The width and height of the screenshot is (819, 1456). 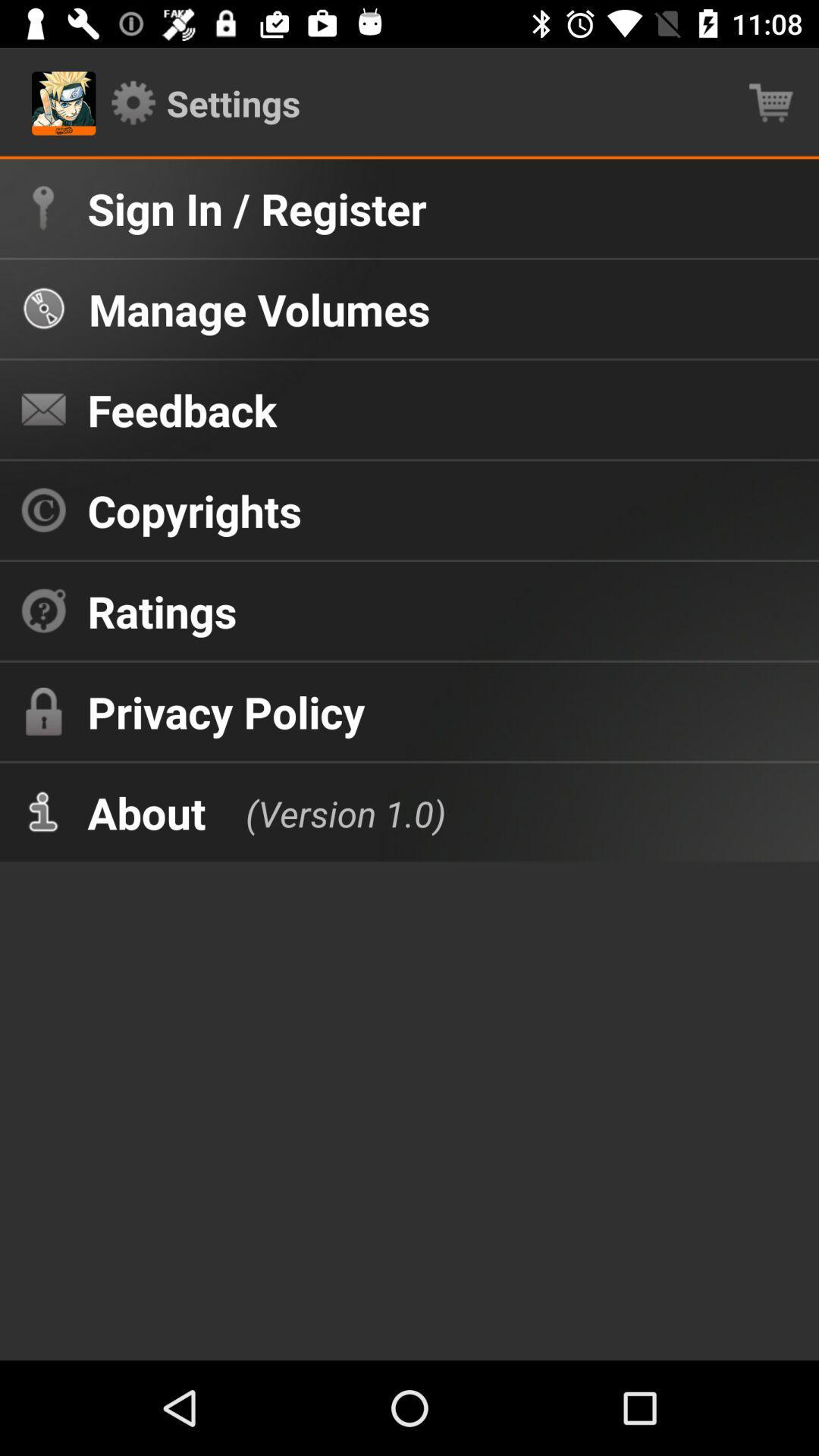 What do you see at coordinates (146, 811) in the screenshot?
I see `the icon next to (version 1.0)` at bounding box center [146, 811].